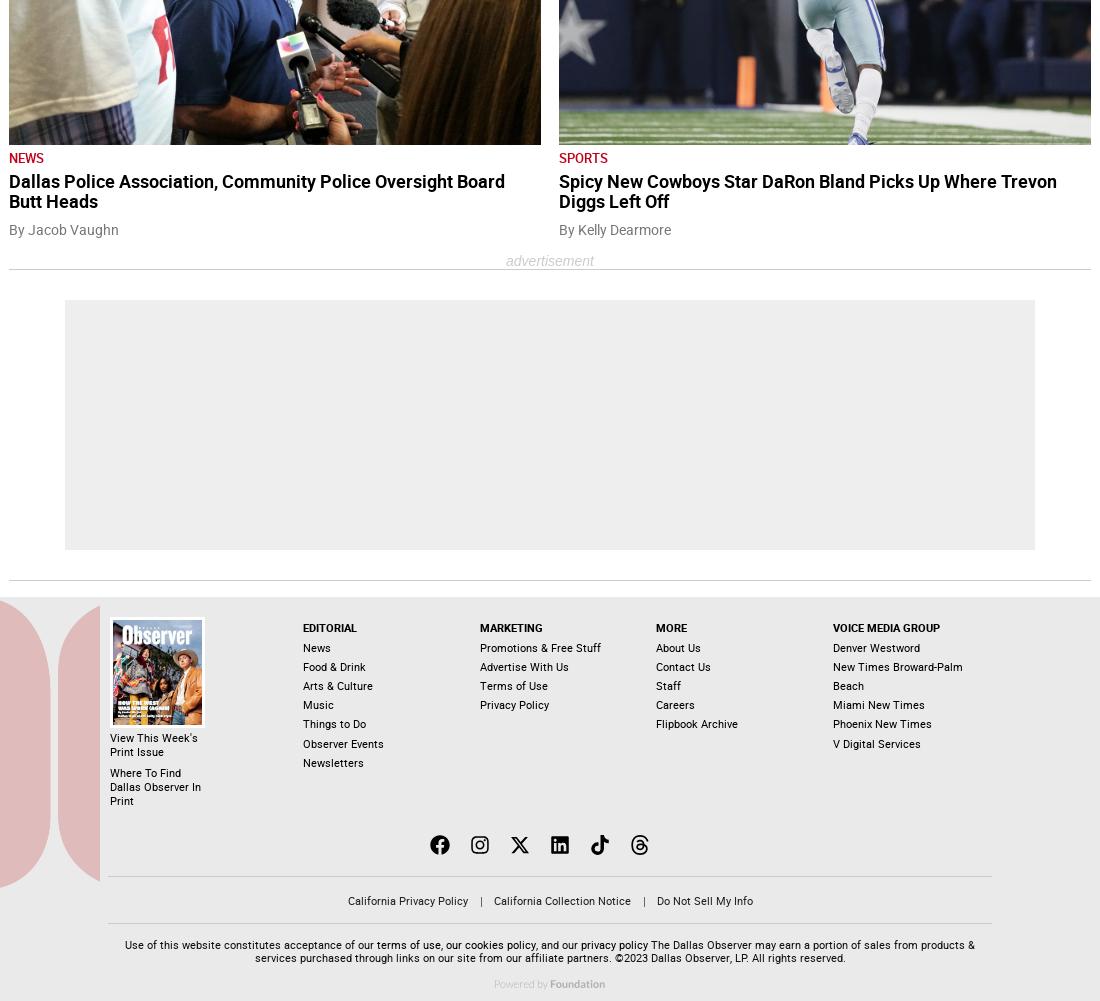  What do you see at coordinates (300, 683) in the screenshot?
I see `'Arts & Culture'` at bounding box center [300, 683].